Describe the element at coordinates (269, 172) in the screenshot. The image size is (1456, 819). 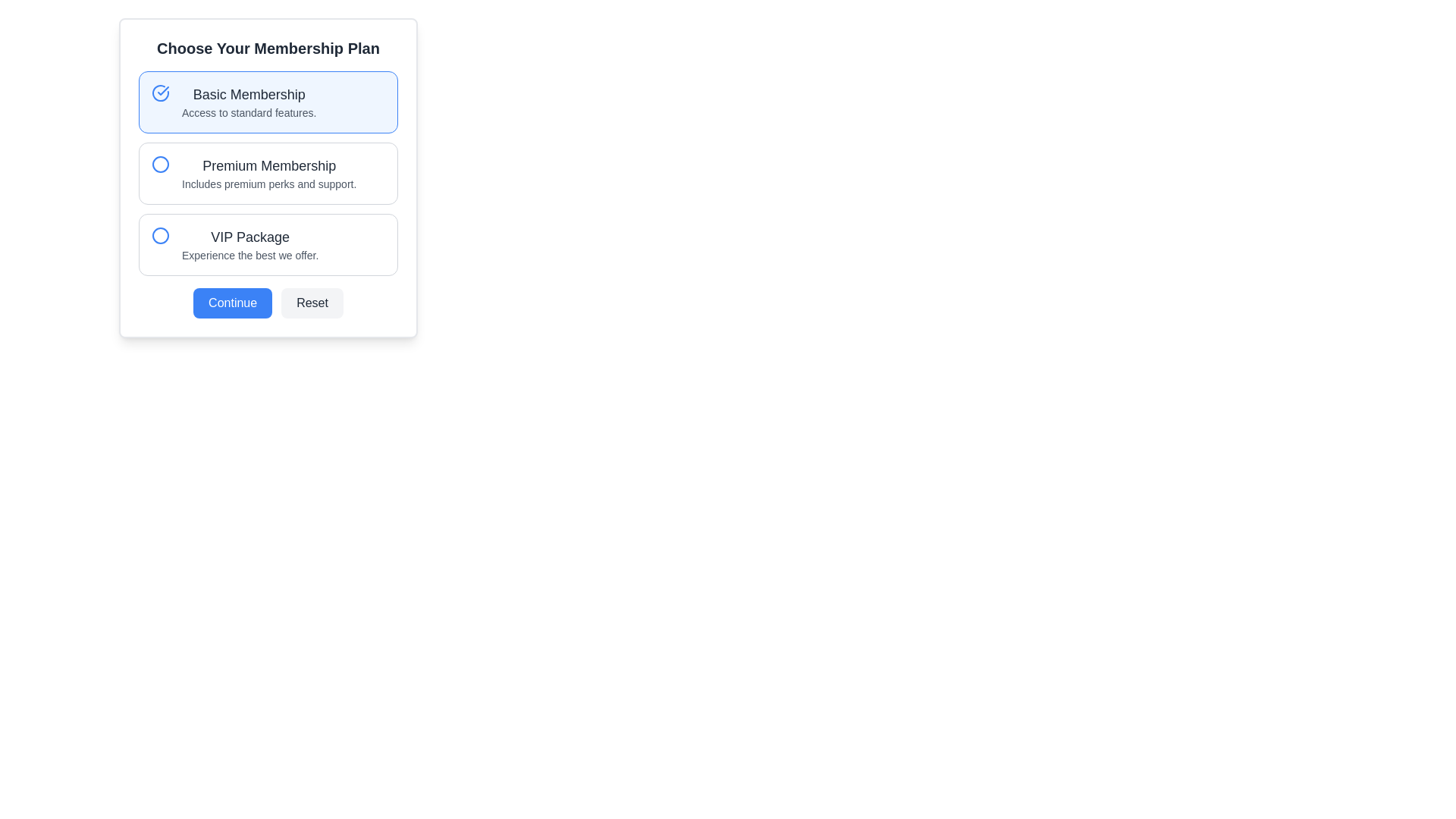
I see `the 'Premium Membership' radio button option` at that location.